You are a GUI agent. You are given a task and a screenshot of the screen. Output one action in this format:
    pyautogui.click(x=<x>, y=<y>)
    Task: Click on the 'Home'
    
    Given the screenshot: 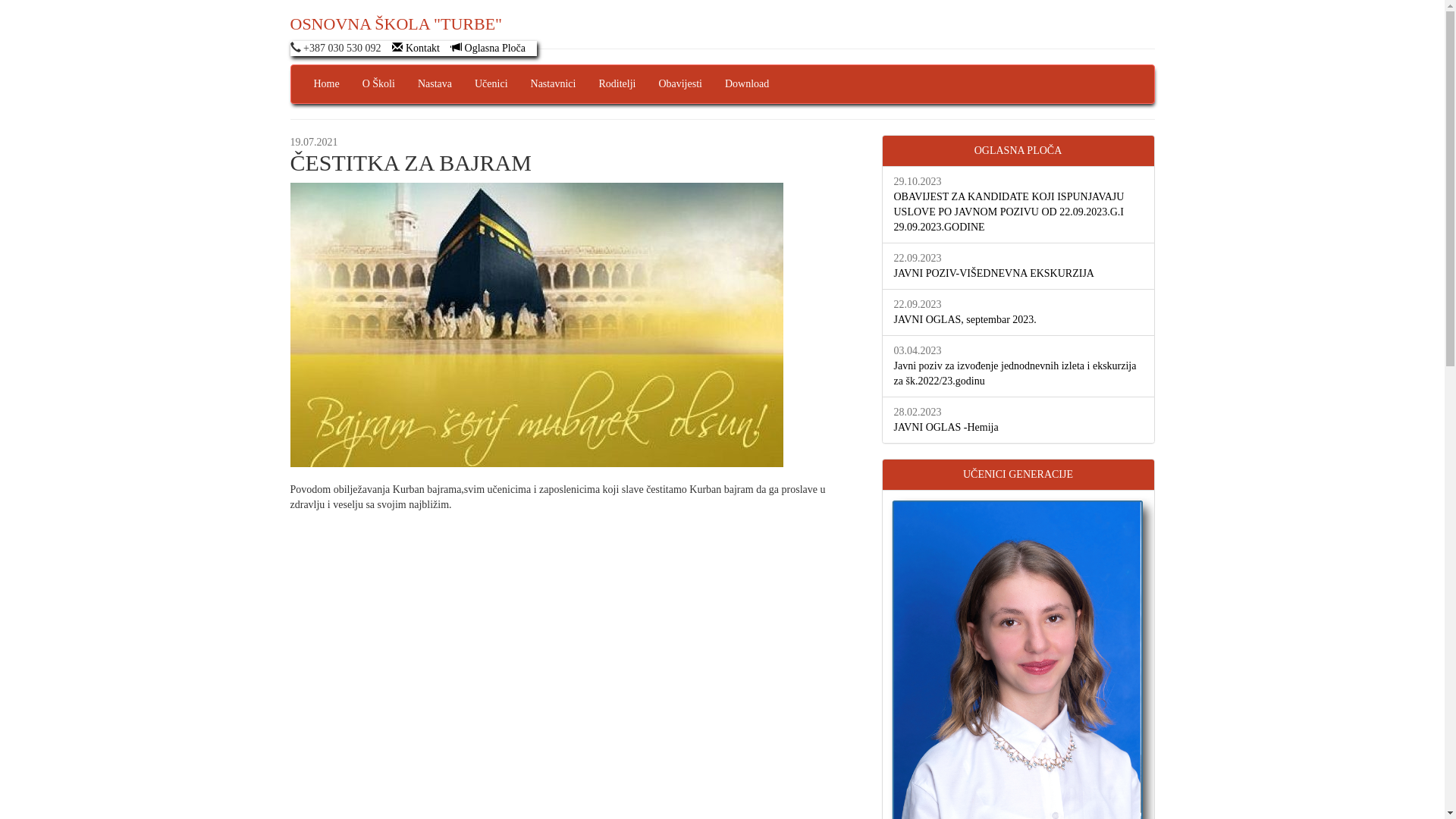 What is the action you would take?
    pyautogui.click(x=325, y=84)
    